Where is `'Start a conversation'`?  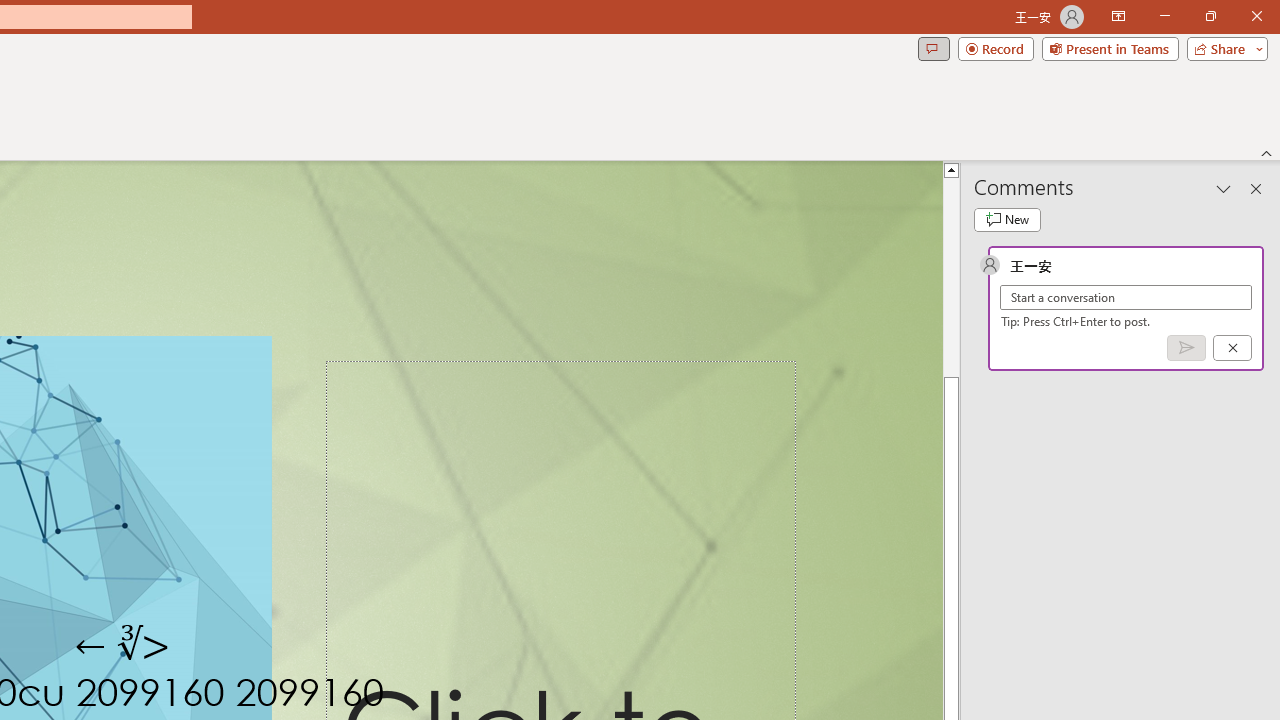
'Start a conversation' is located at coordinates (1126, 297).